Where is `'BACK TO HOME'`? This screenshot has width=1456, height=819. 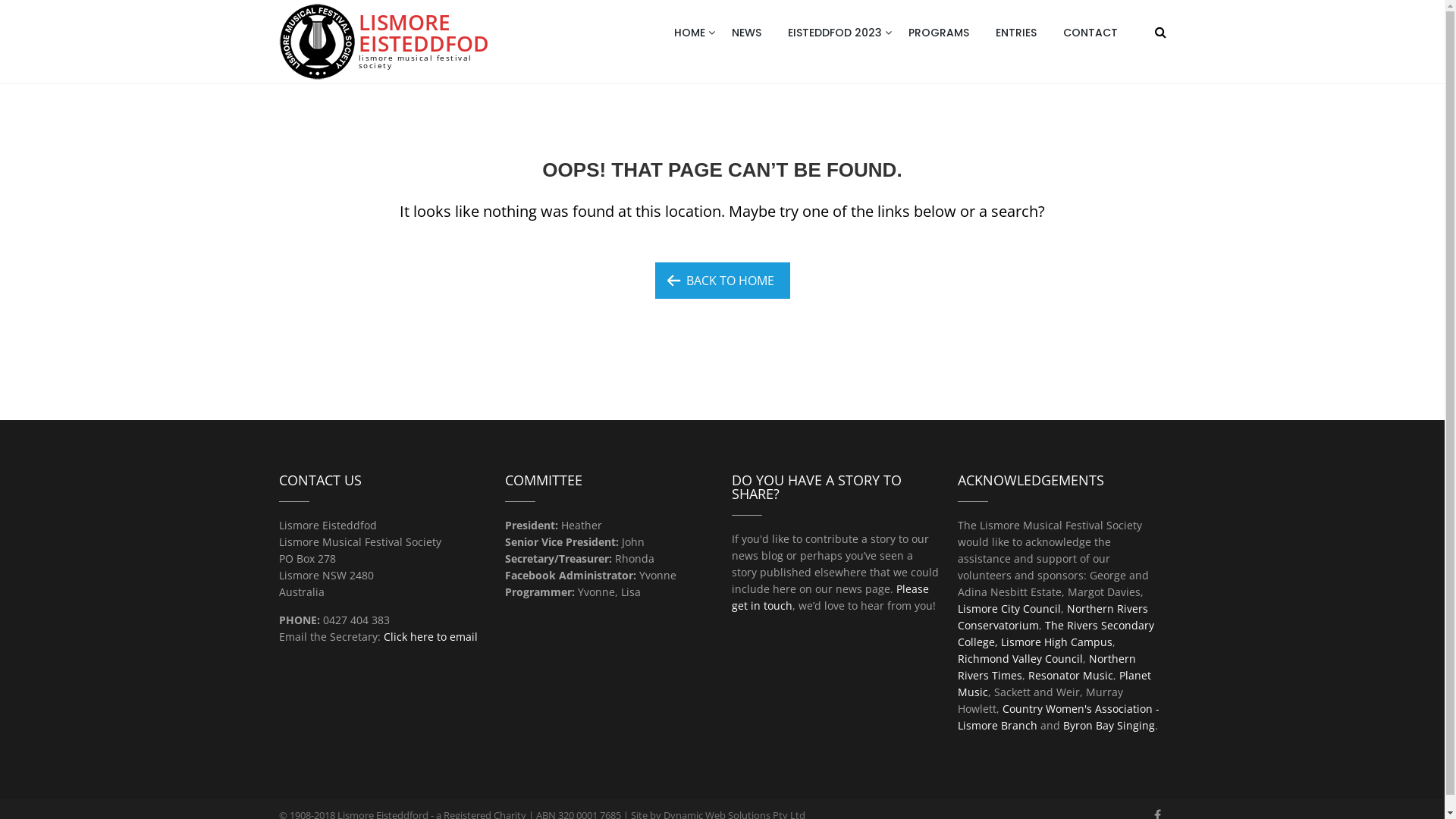 'BACK TO HOME' is located at coordinates (722, 281).